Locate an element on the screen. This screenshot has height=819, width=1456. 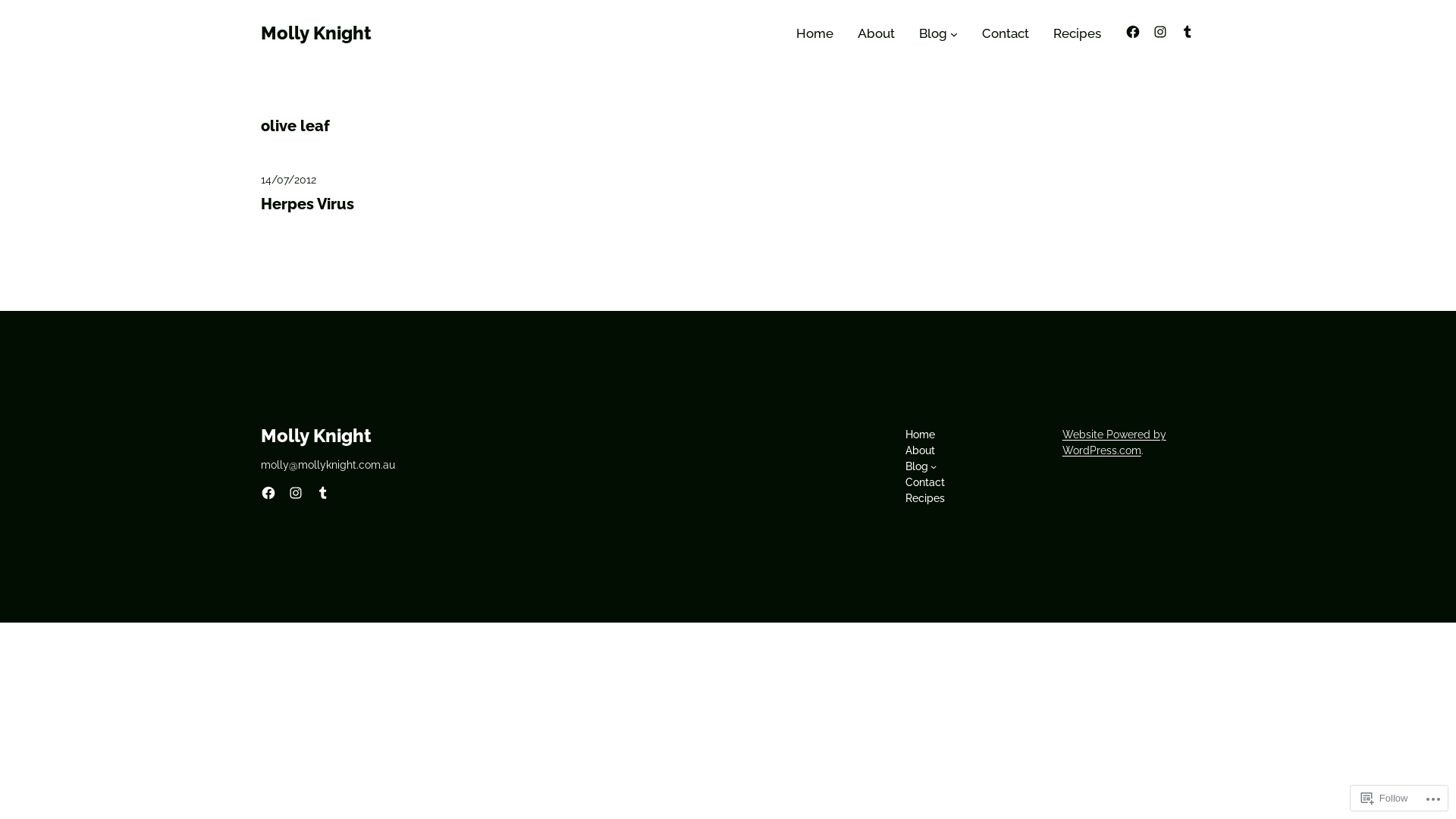
'Molly Knight' is located at coordinates (315, 33).